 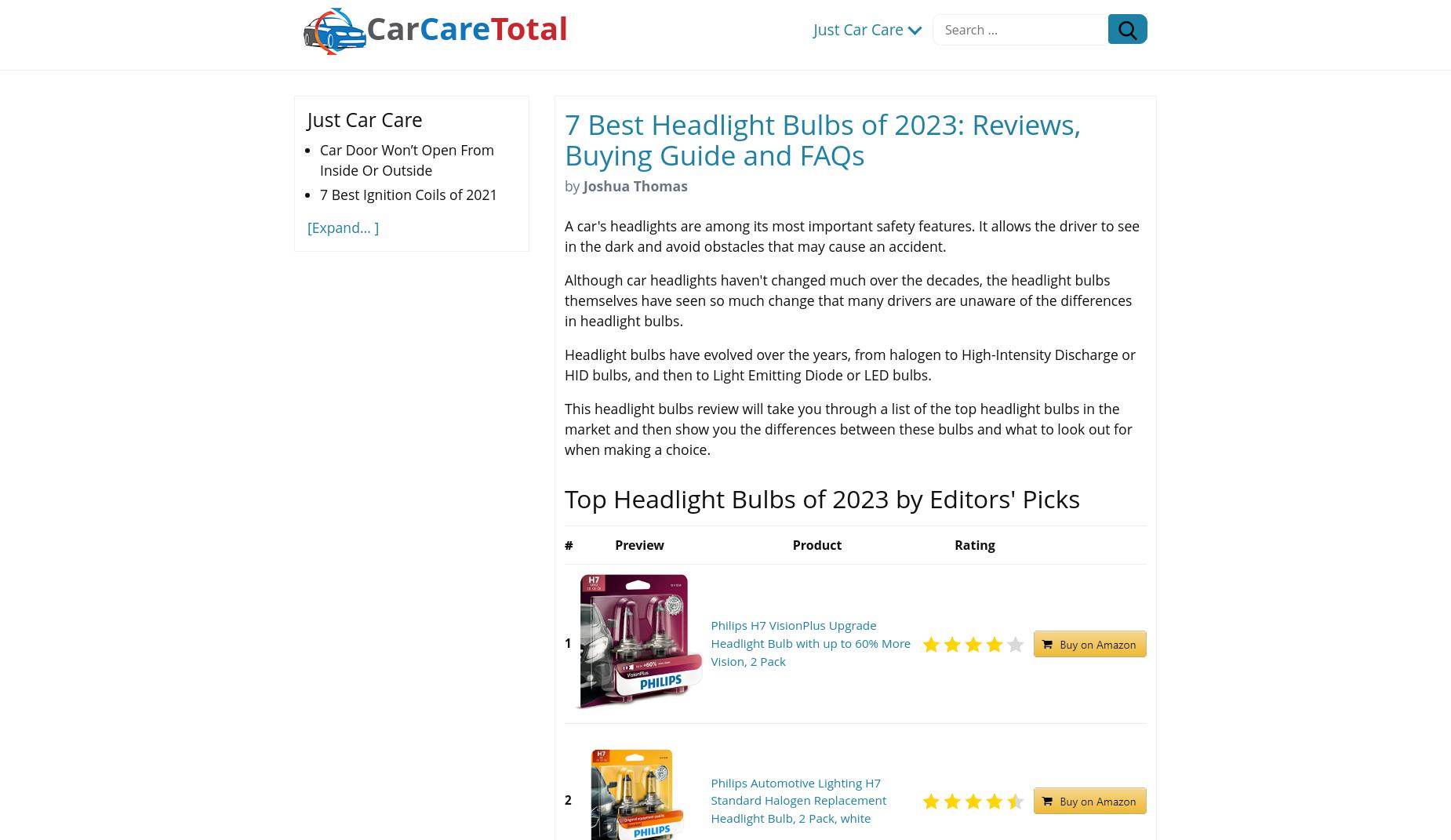 I want to click on 'Rating', so click(x=973, y=544).